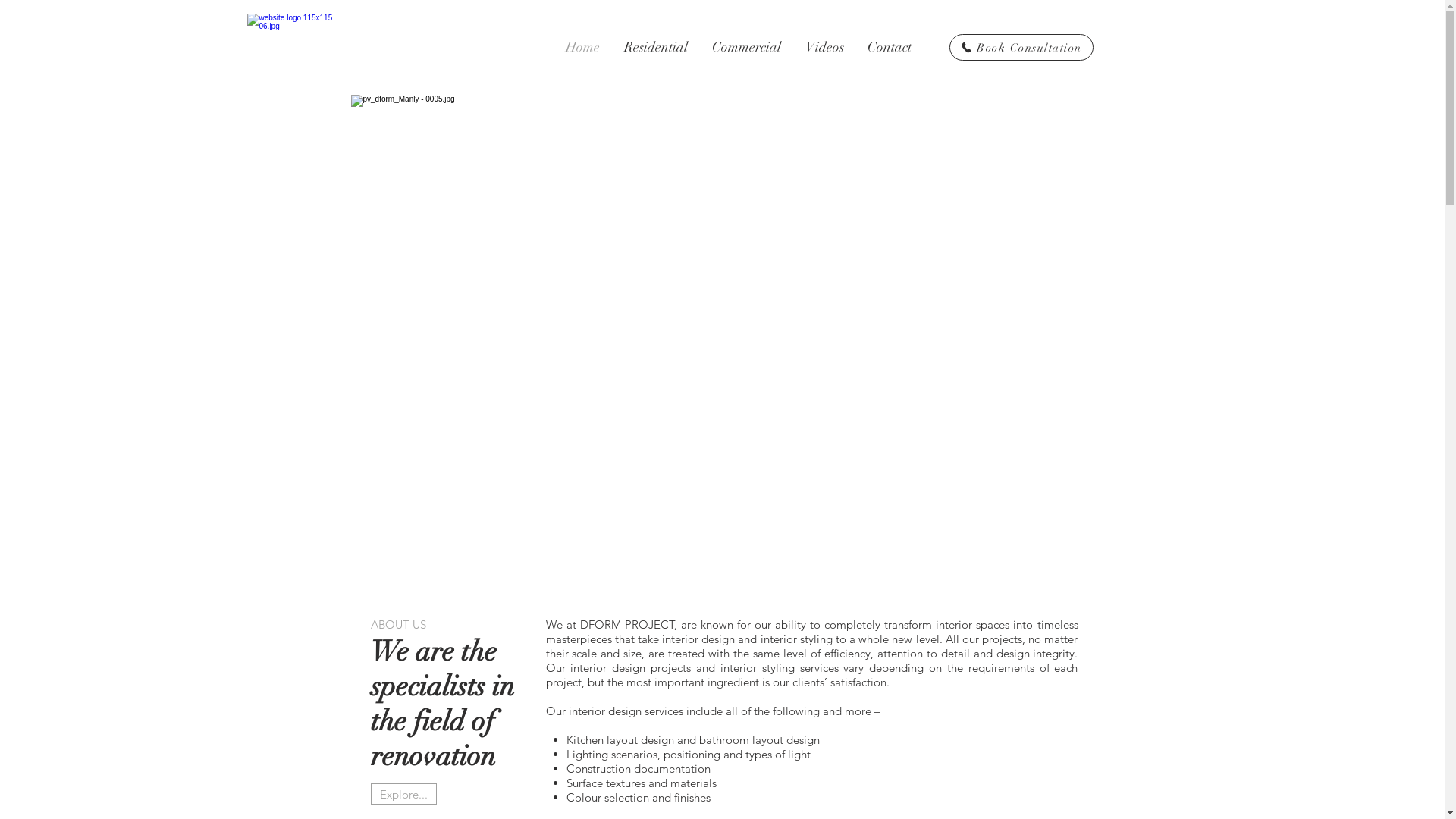 The height and width of the screenshot is (819, 1456). I want to click on 'Explore...', so click(370, 792).